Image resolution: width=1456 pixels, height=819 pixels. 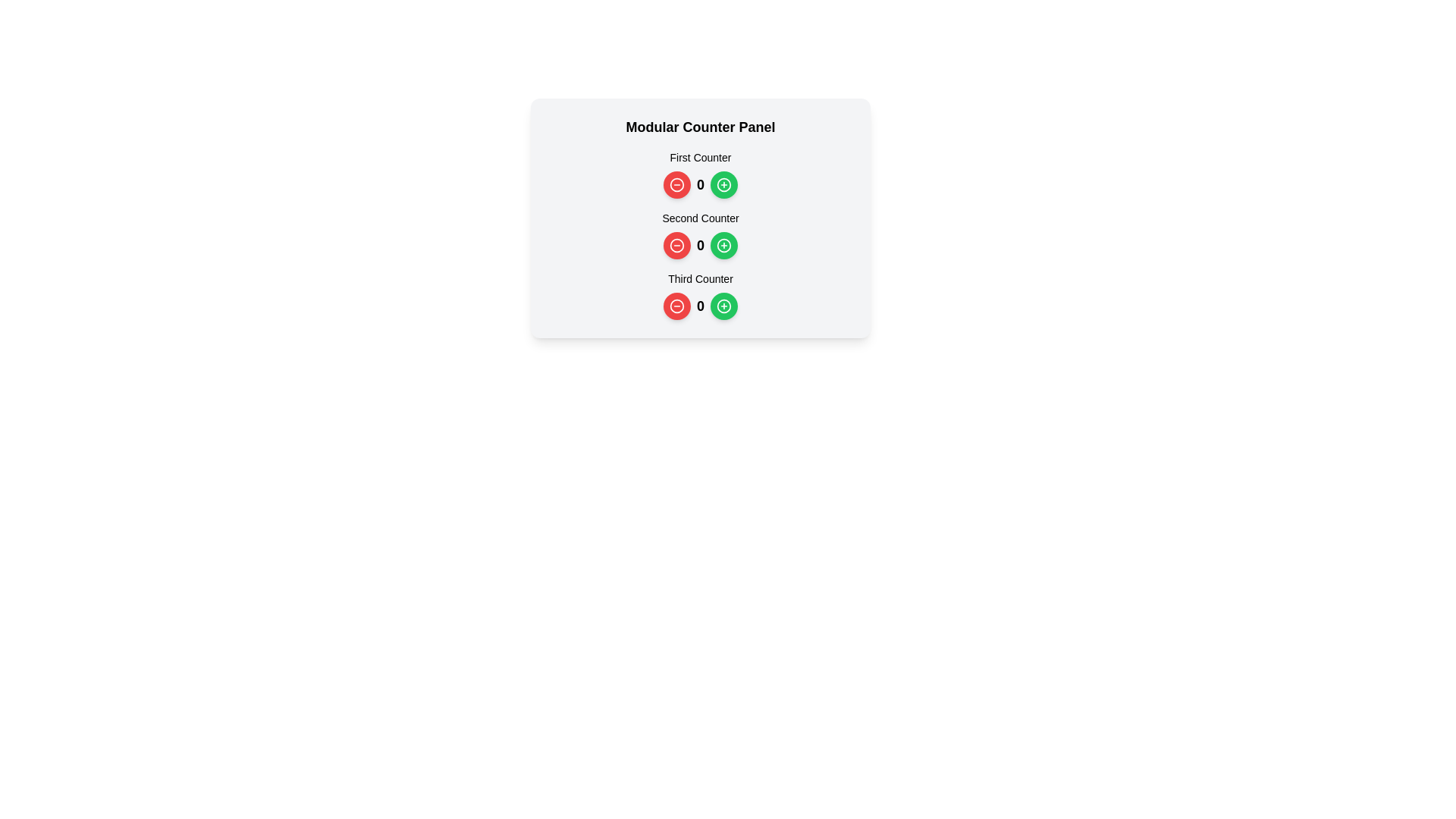 I want to click on the increment button associated with the counter, which is the third button in the second counter group's layout, to observe the hover effects, so click(x=723, y=245).